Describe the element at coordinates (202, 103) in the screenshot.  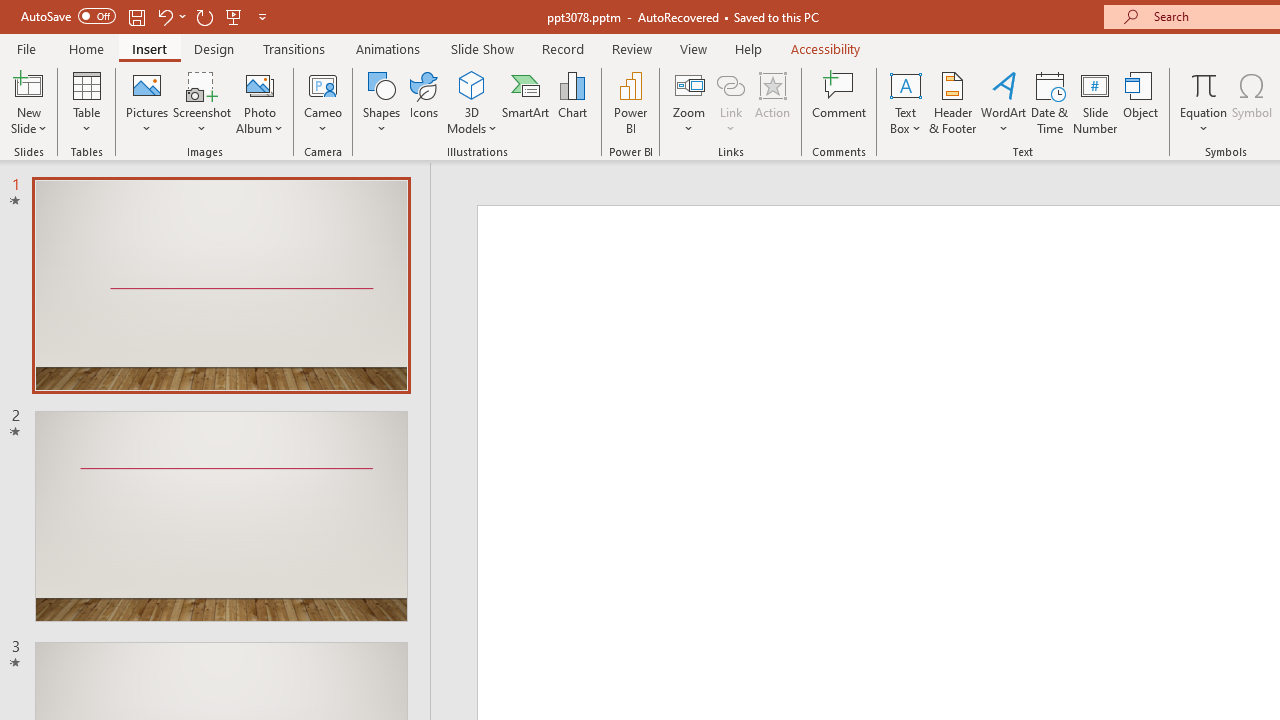
I see `'Screenshot'` at that location.